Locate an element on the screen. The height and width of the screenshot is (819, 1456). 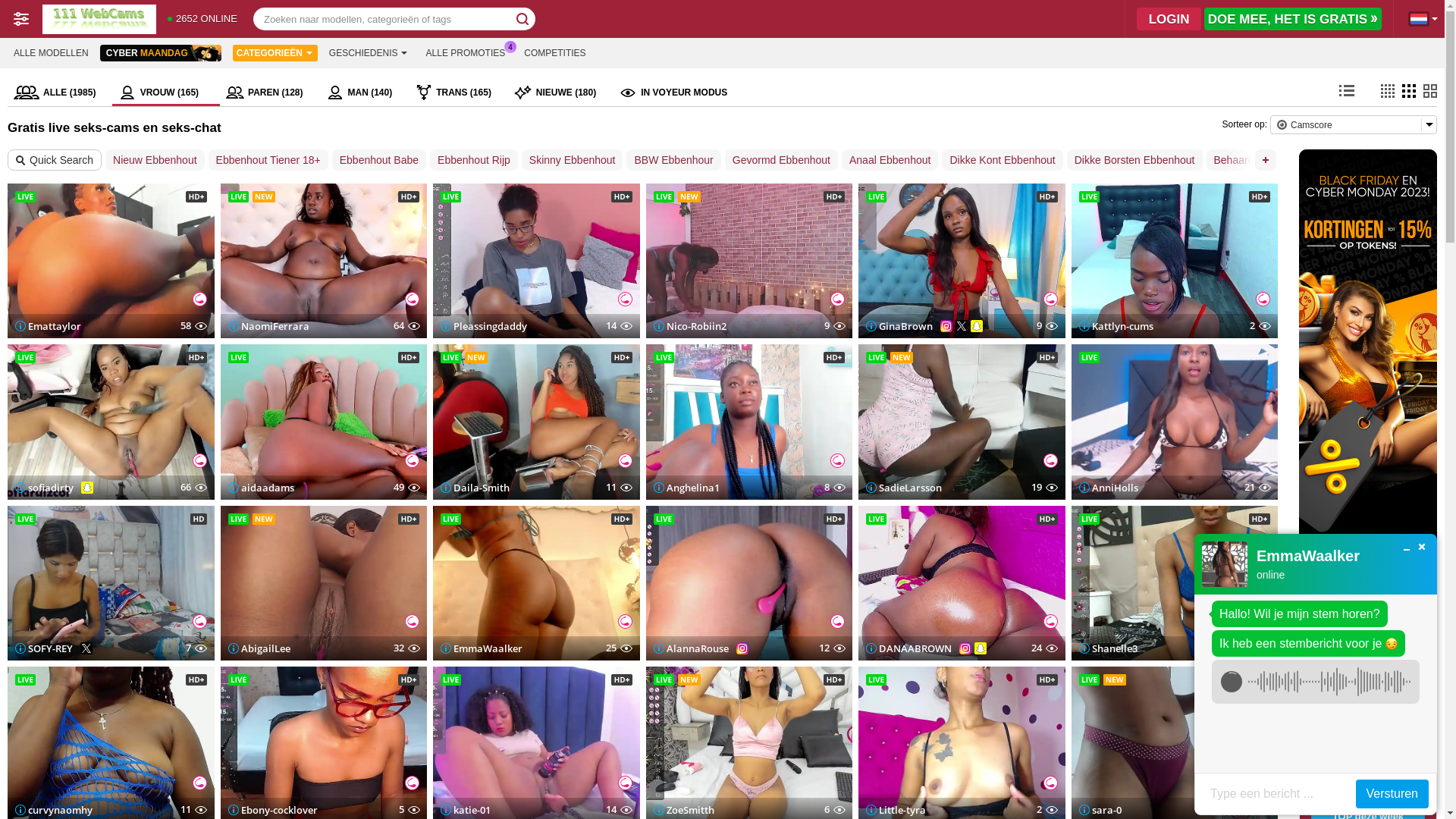
'Little-tyra' is located at coordinates (866, 808).